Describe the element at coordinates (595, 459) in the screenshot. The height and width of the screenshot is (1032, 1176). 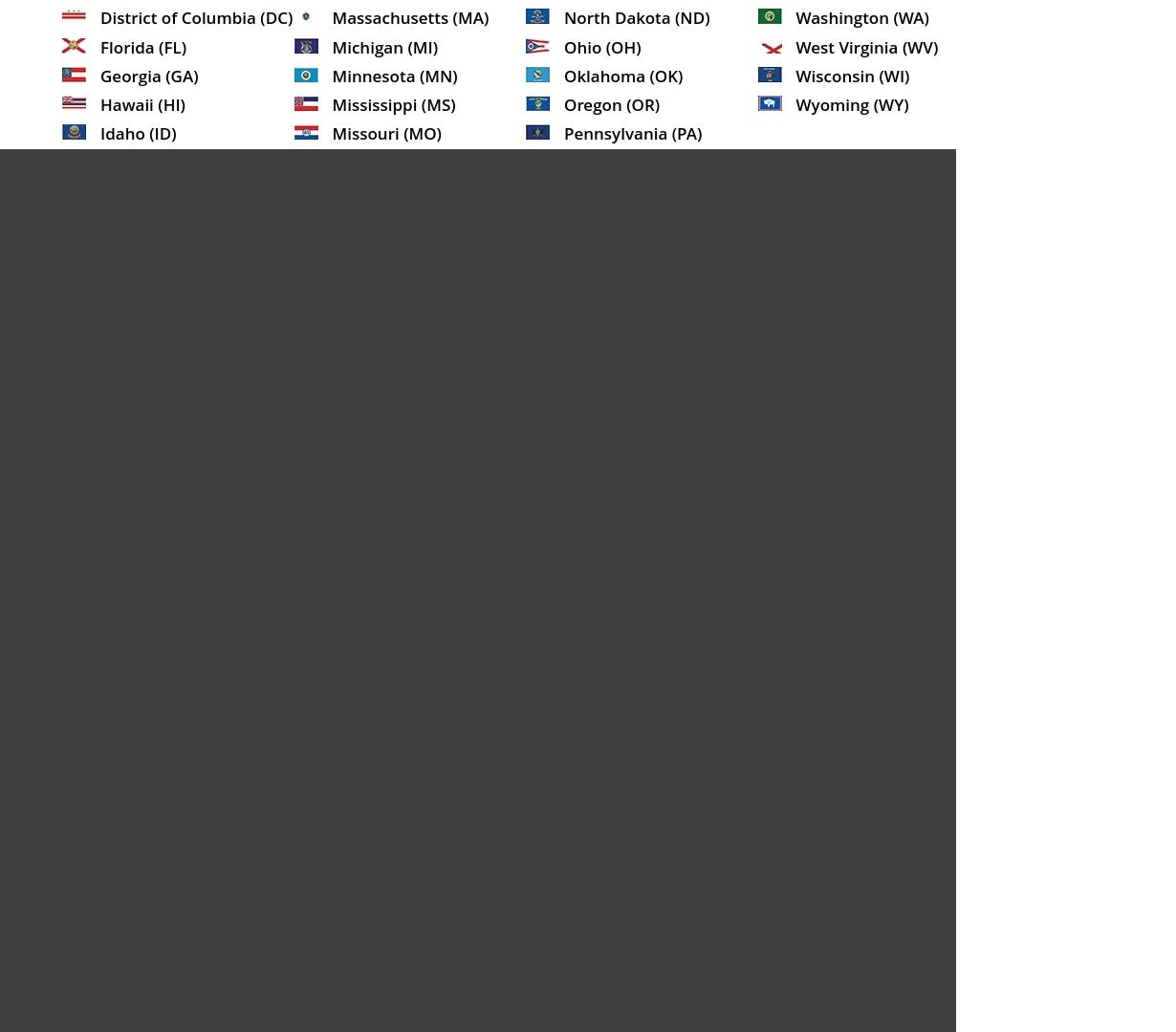
I see `'Loans By State'` at that location.